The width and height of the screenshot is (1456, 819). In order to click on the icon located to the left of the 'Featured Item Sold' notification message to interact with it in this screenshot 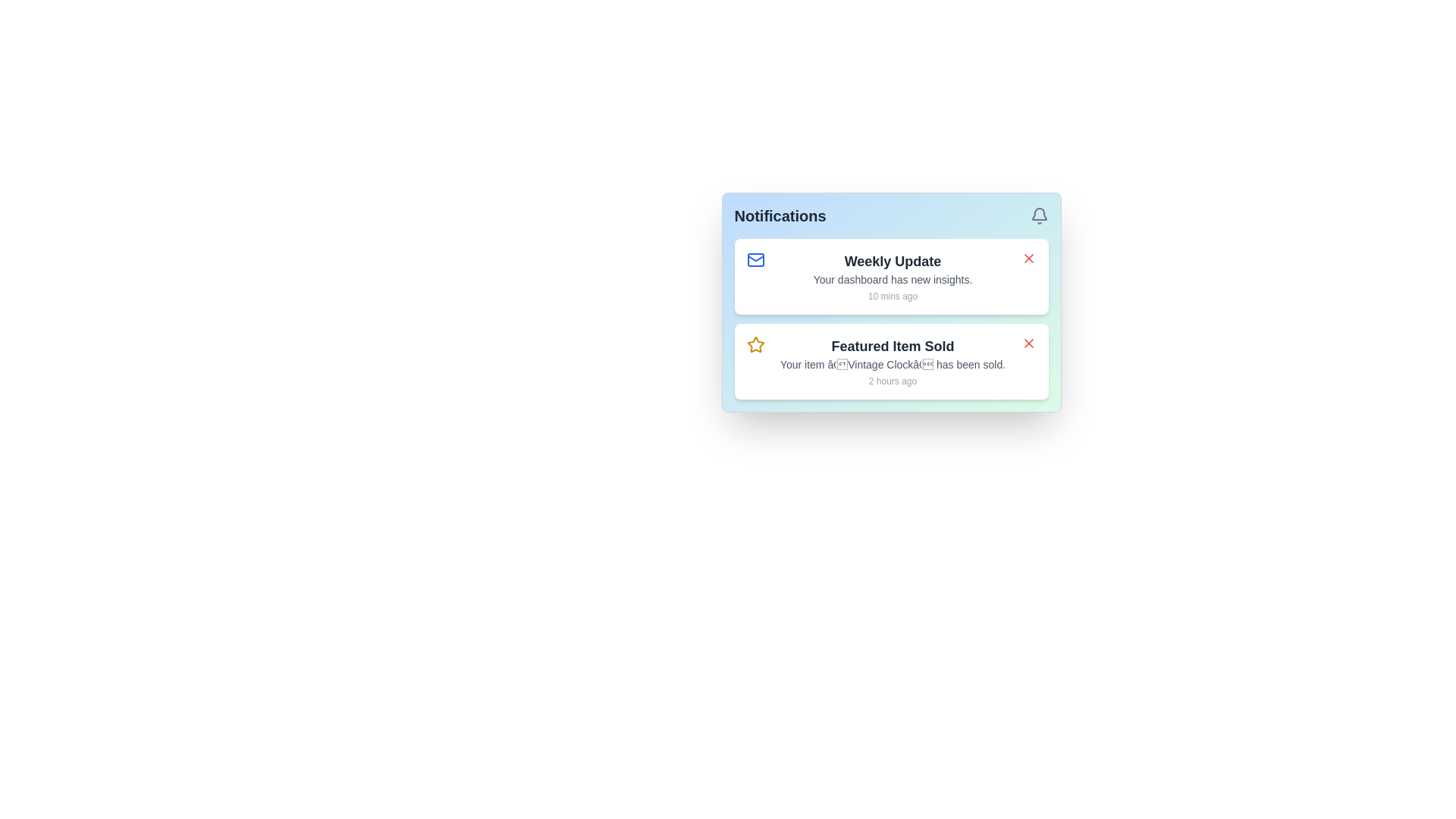, I will do `click(755, 344)`.